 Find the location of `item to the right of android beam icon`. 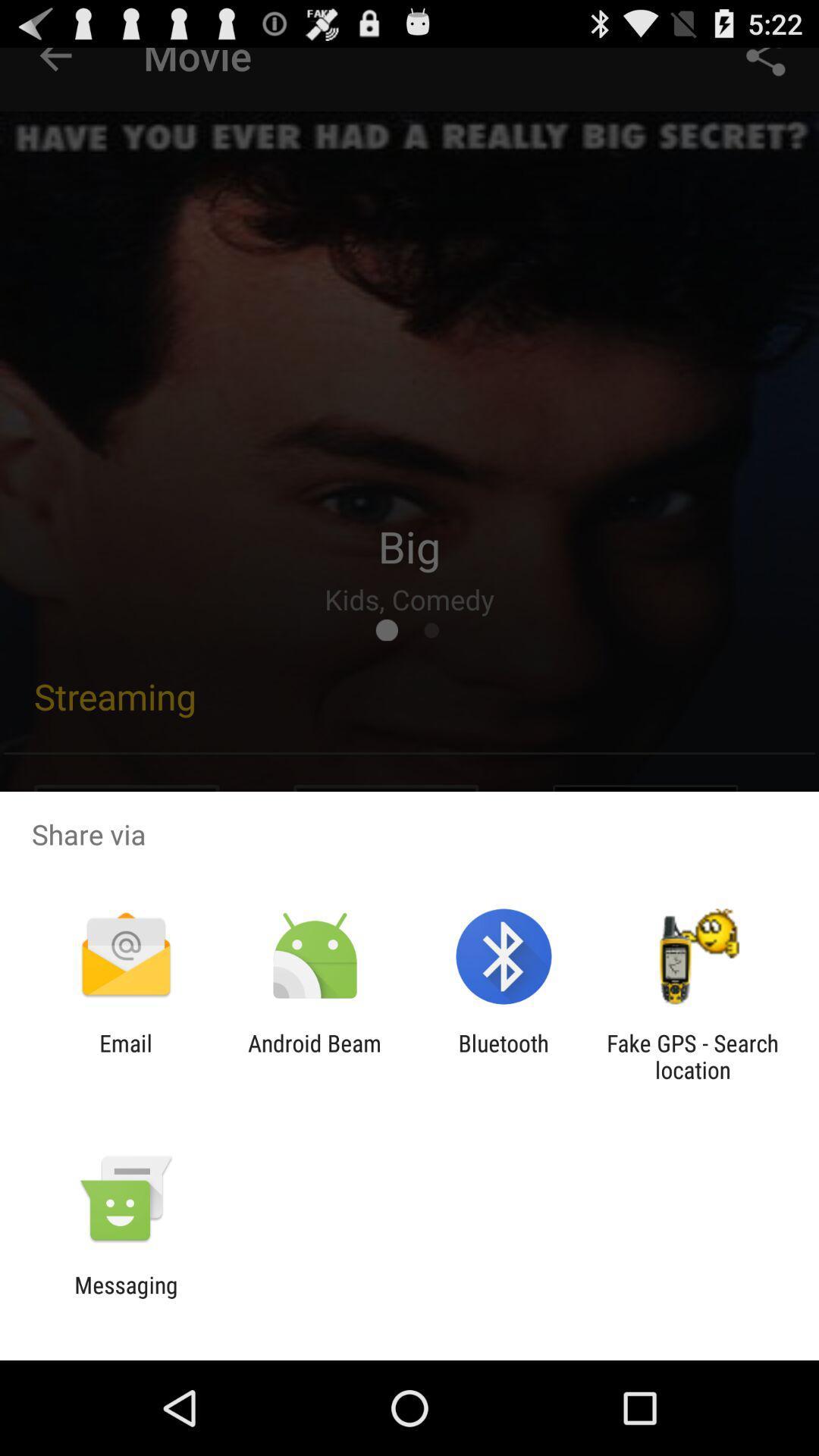

item to the right of android beam icon is located at coordinates (504, 1056).